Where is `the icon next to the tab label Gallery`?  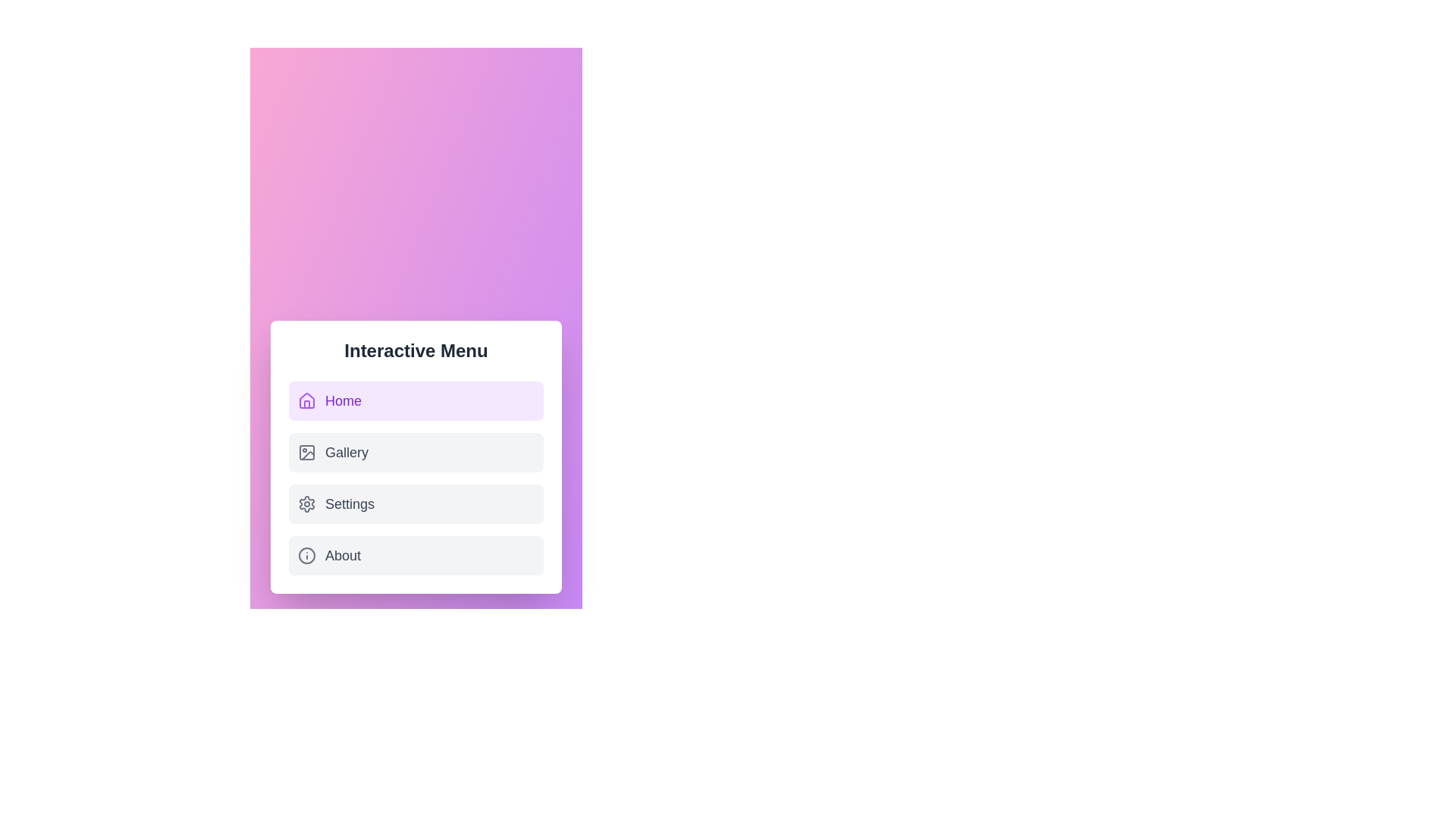
the icon next to the tab label Gallery is located at coordinates (306, 452).